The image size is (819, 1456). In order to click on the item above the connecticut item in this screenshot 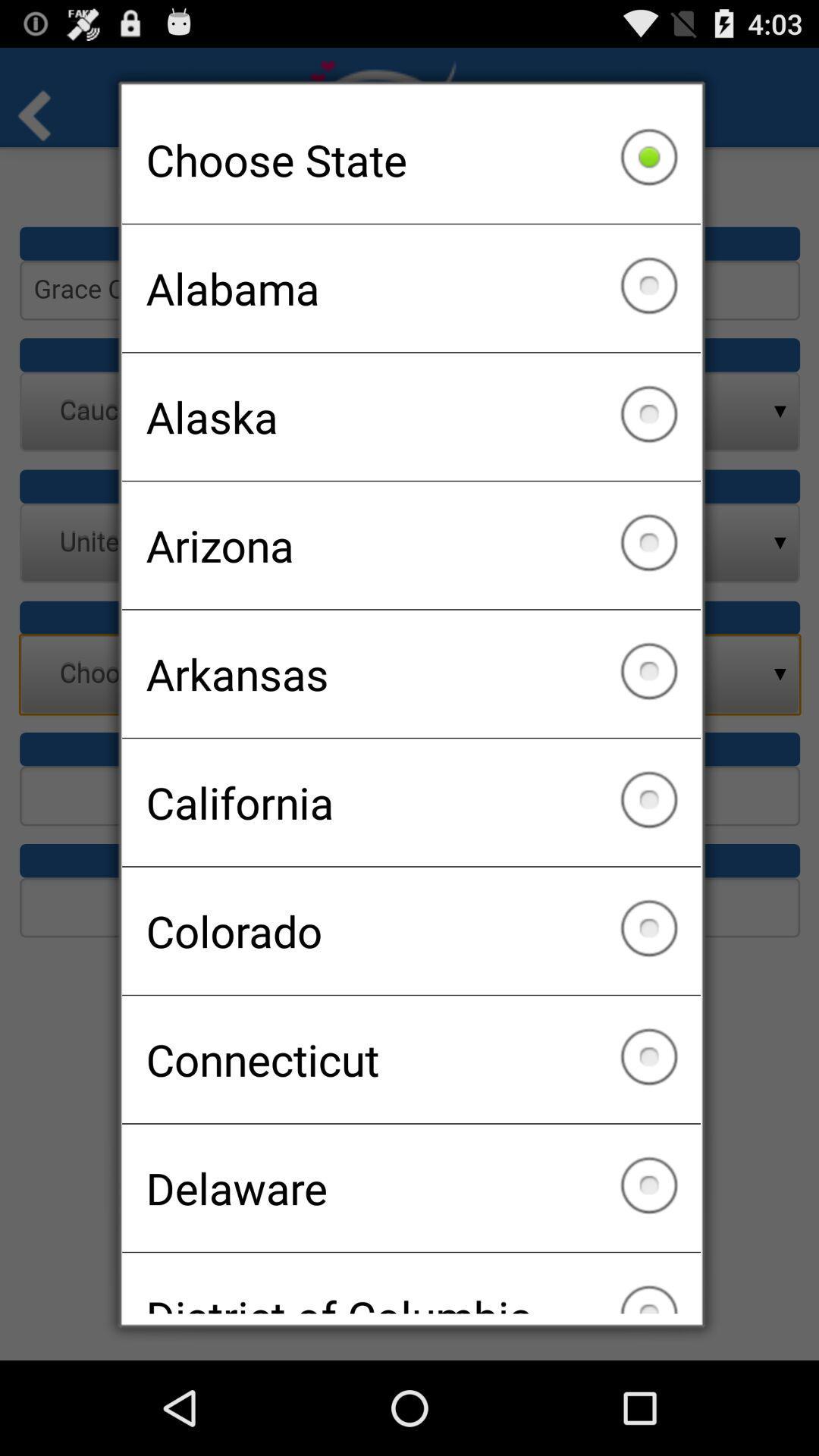, I will do `click(411, 930)`.